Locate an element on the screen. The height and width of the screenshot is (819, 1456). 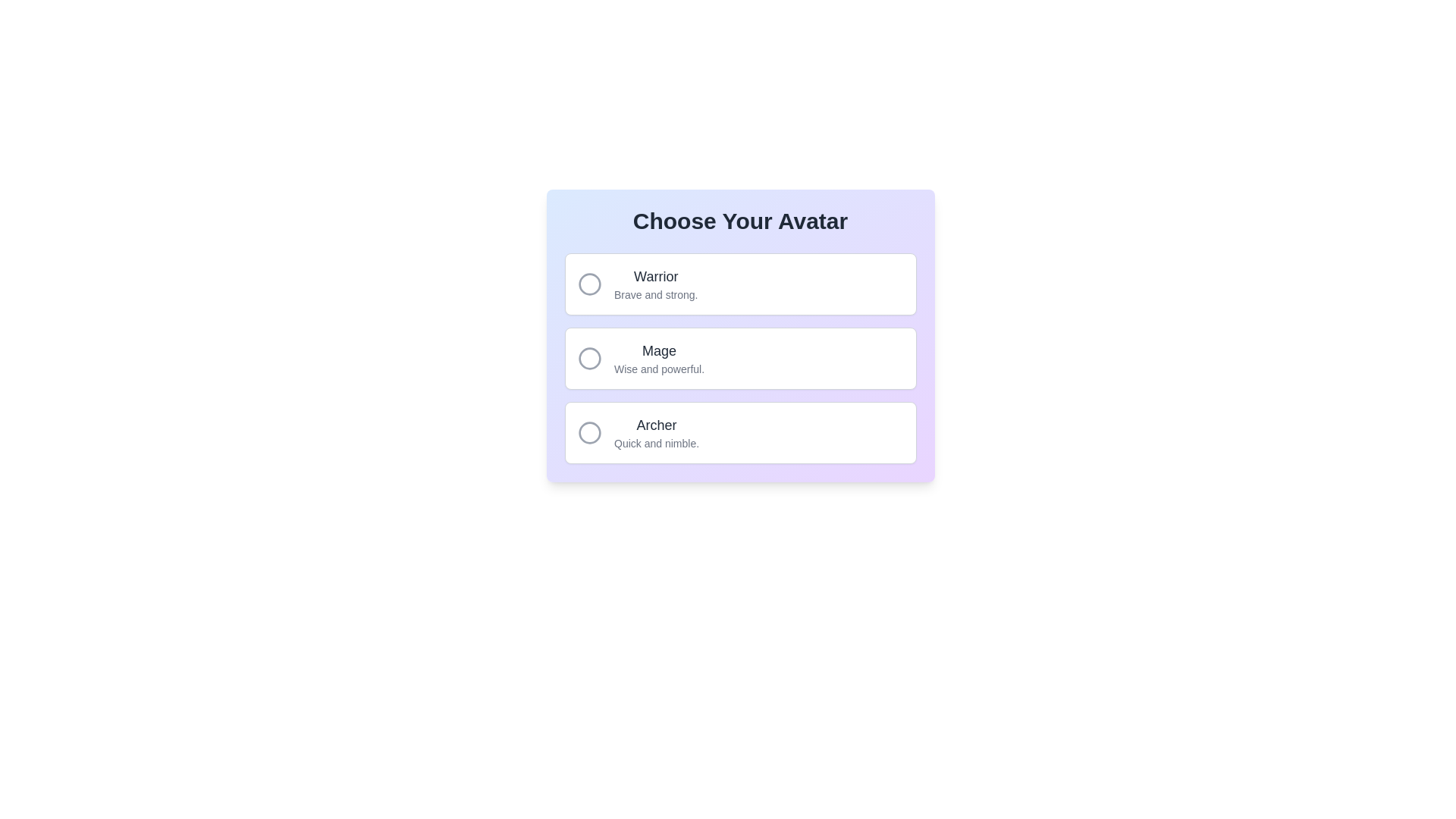
the 'Mage' selectable card, which is the second card in a vertical list of three cards is located at coordinates (740, 359).